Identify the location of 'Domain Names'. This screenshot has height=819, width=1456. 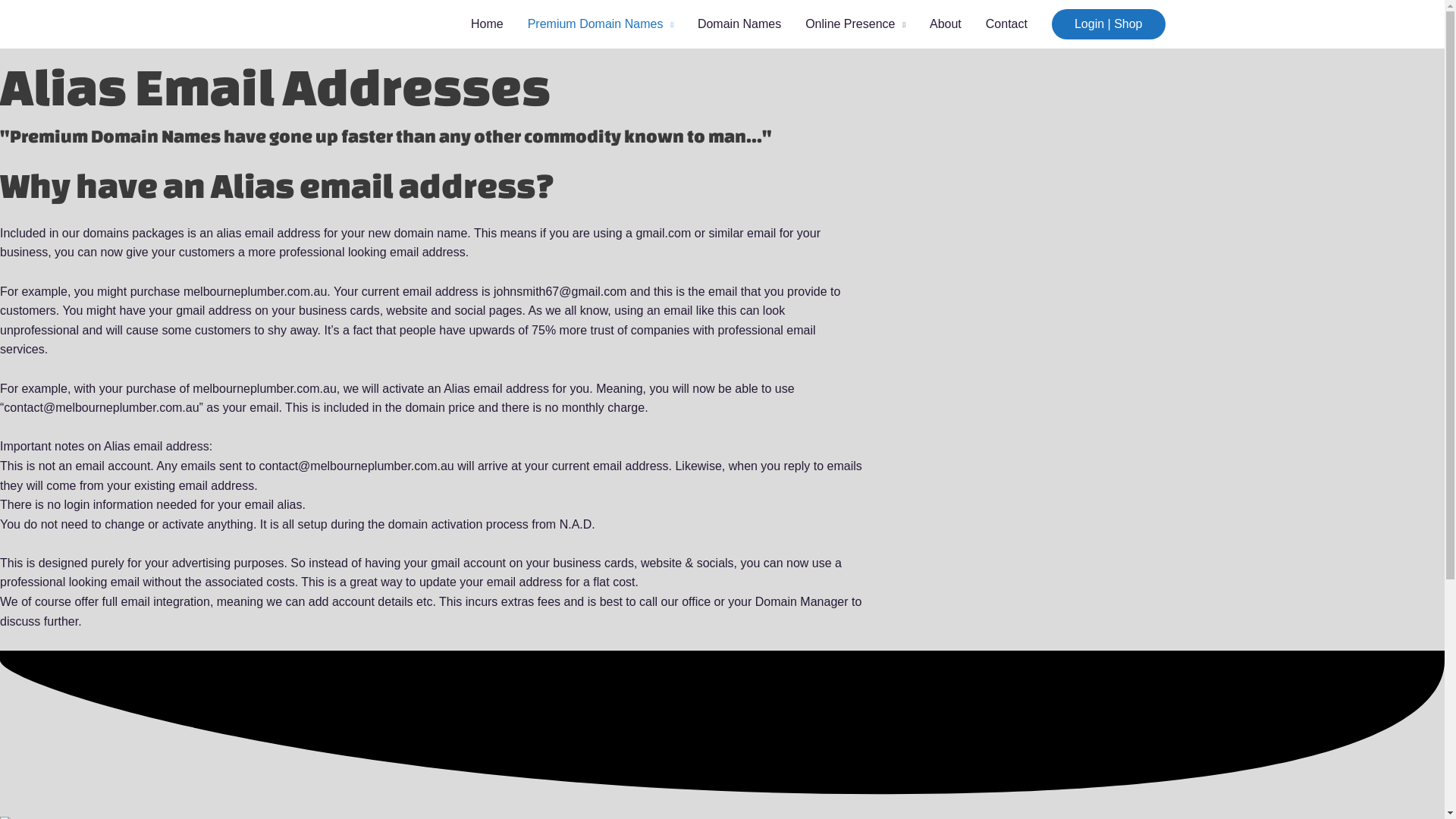
(739, 24).